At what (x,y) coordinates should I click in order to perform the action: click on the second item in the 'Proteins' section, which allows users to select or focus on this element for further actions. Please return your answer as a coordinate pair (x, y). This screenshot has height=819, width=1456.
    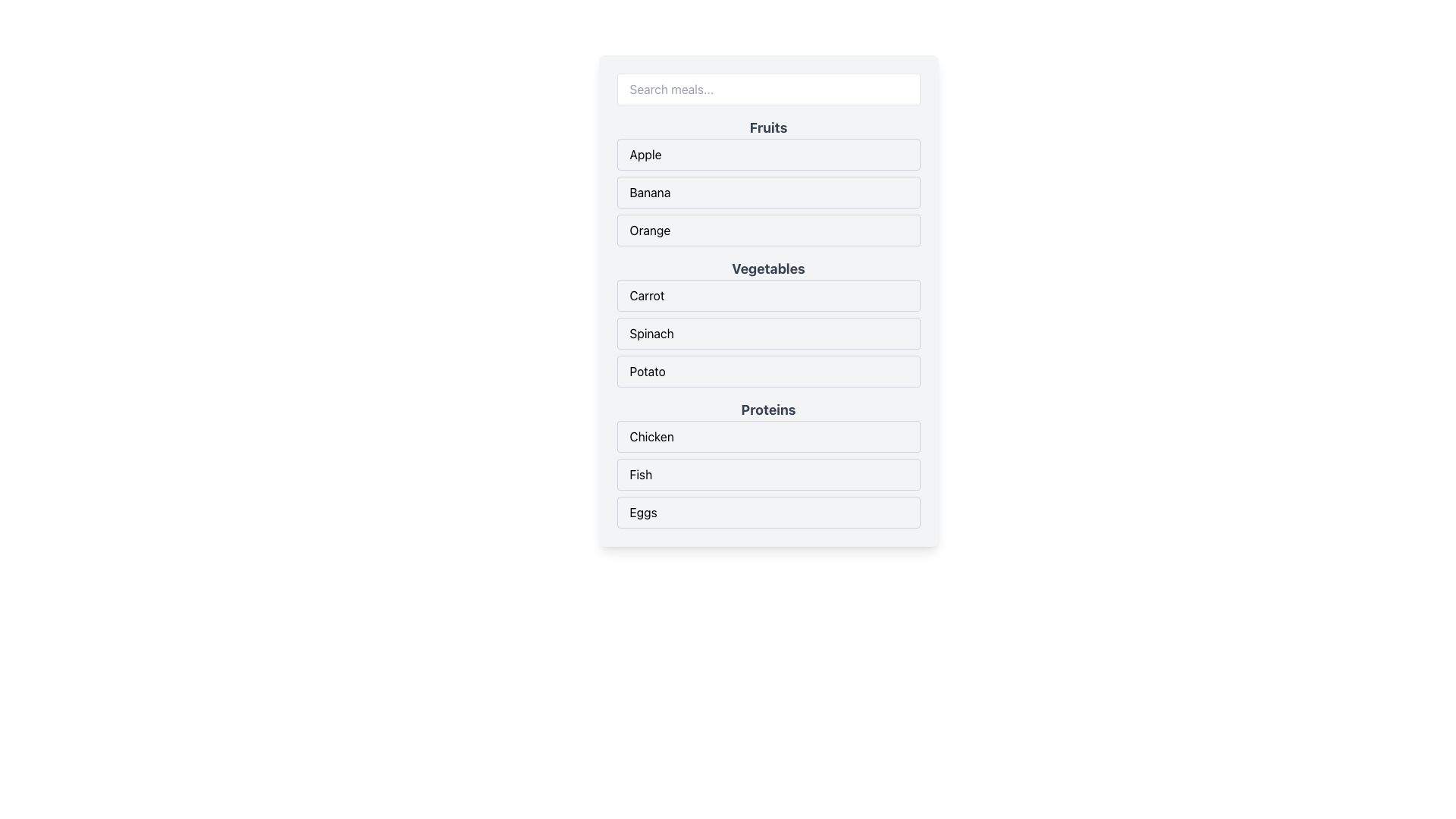
    Looking at the image, I should click on (768, 473).